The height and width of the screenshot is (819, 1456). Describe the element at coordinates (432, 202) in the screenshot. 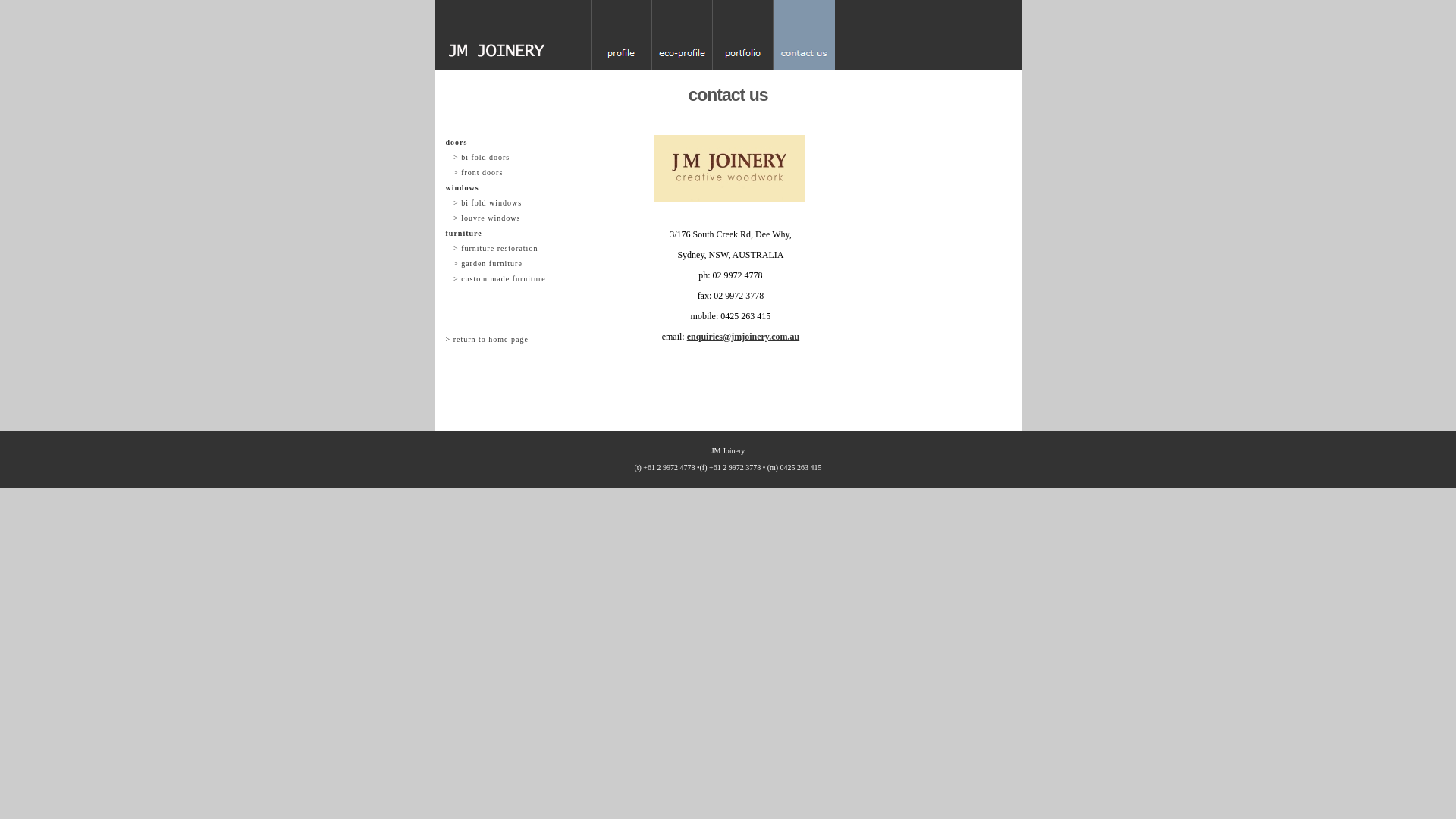

I see `'   > bi fold windows'` at that location.